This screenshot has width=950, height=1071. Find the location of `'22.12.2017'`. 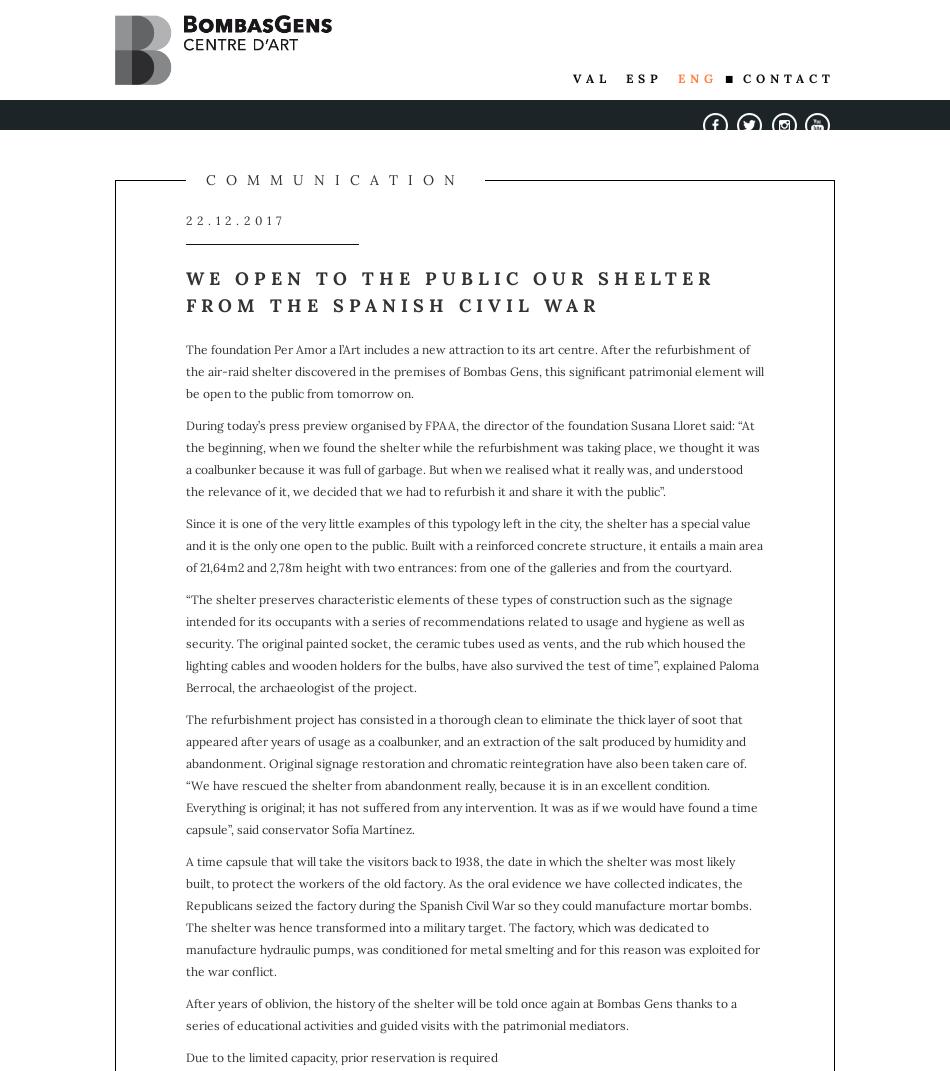

'22.12.2017' is located at coordinates (236, 219).